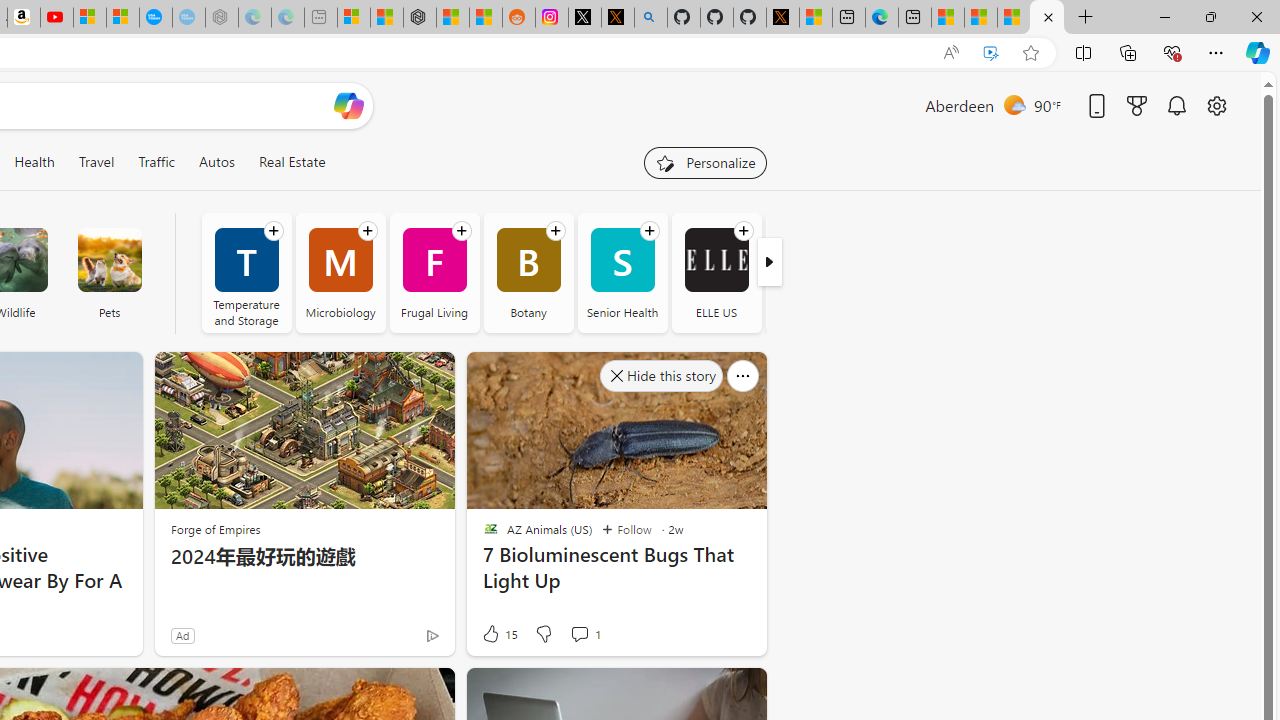  Describe the element at coordinates (34, 161) in the screenshot. I see `'Health'` at that location.